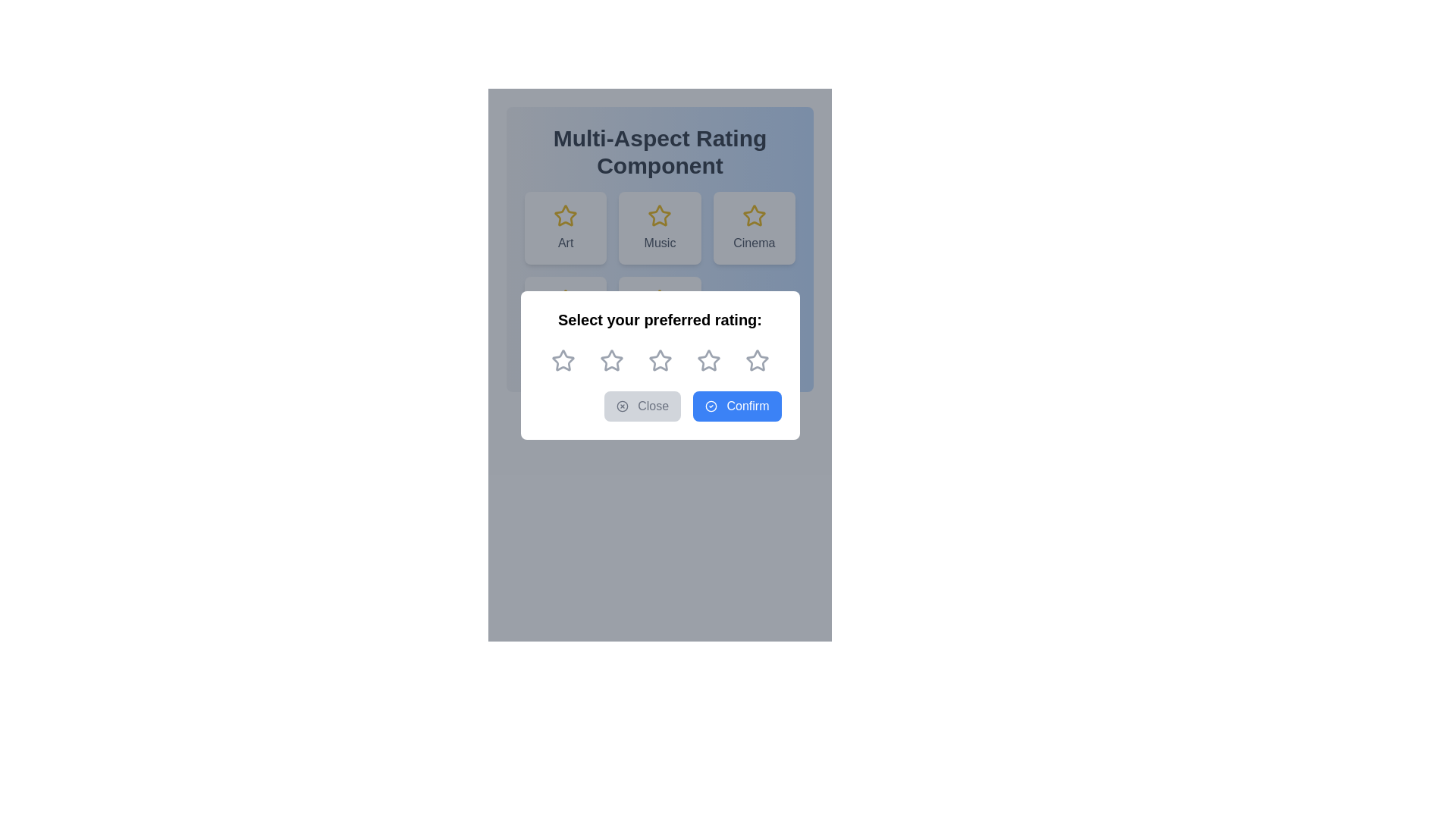 The width and height of the screenshot is (1456, 819). I want to click on the second star icon in the rating system interface, so click(611, 360).